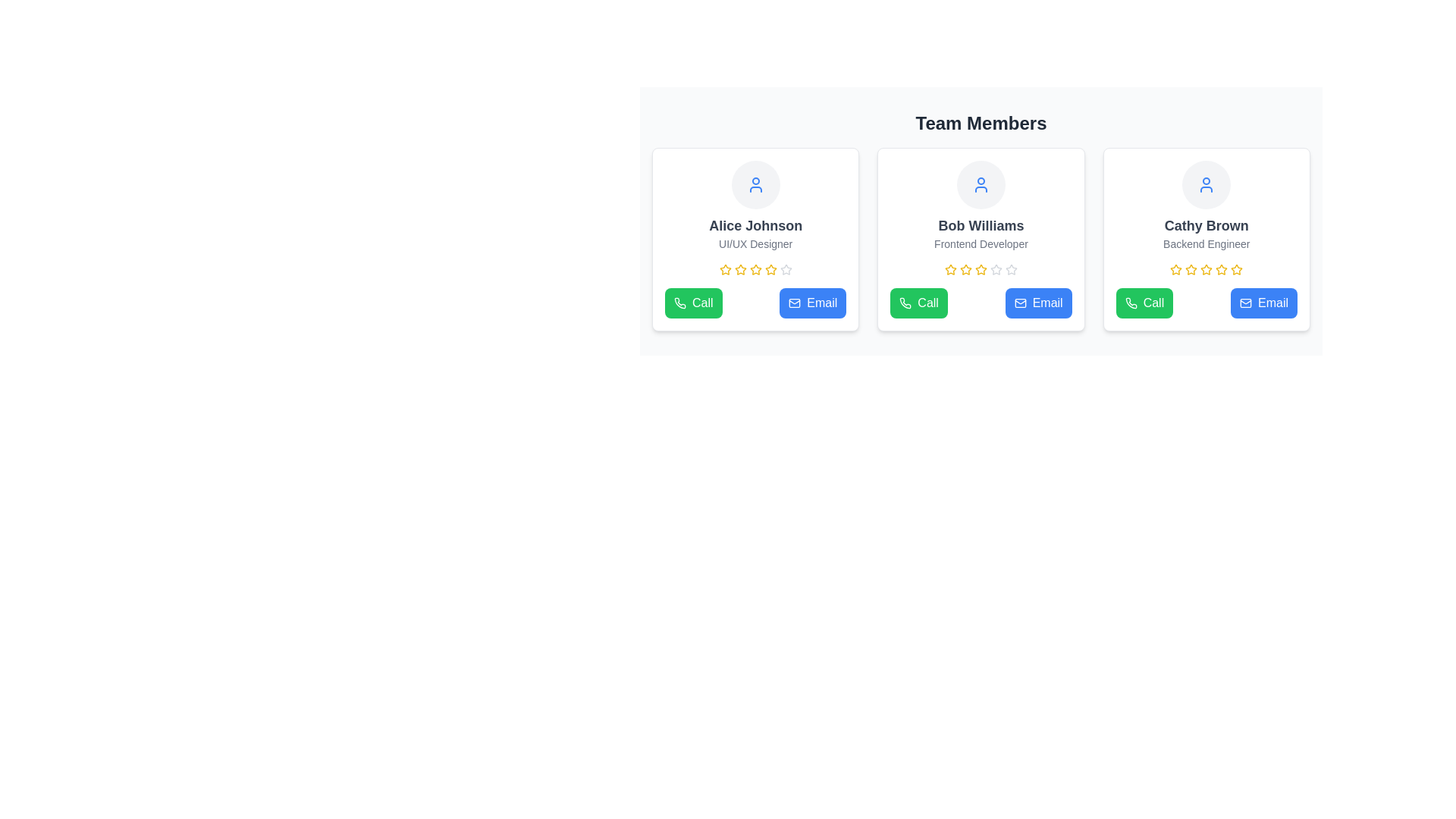 The height and width of the screenshot is (819, 1456). I want to click on the second rating star icon with a yellow border and white-filled interior under the name 'Bob Williams' in the second user card of the 'Team Members' group, so click(949, 268).